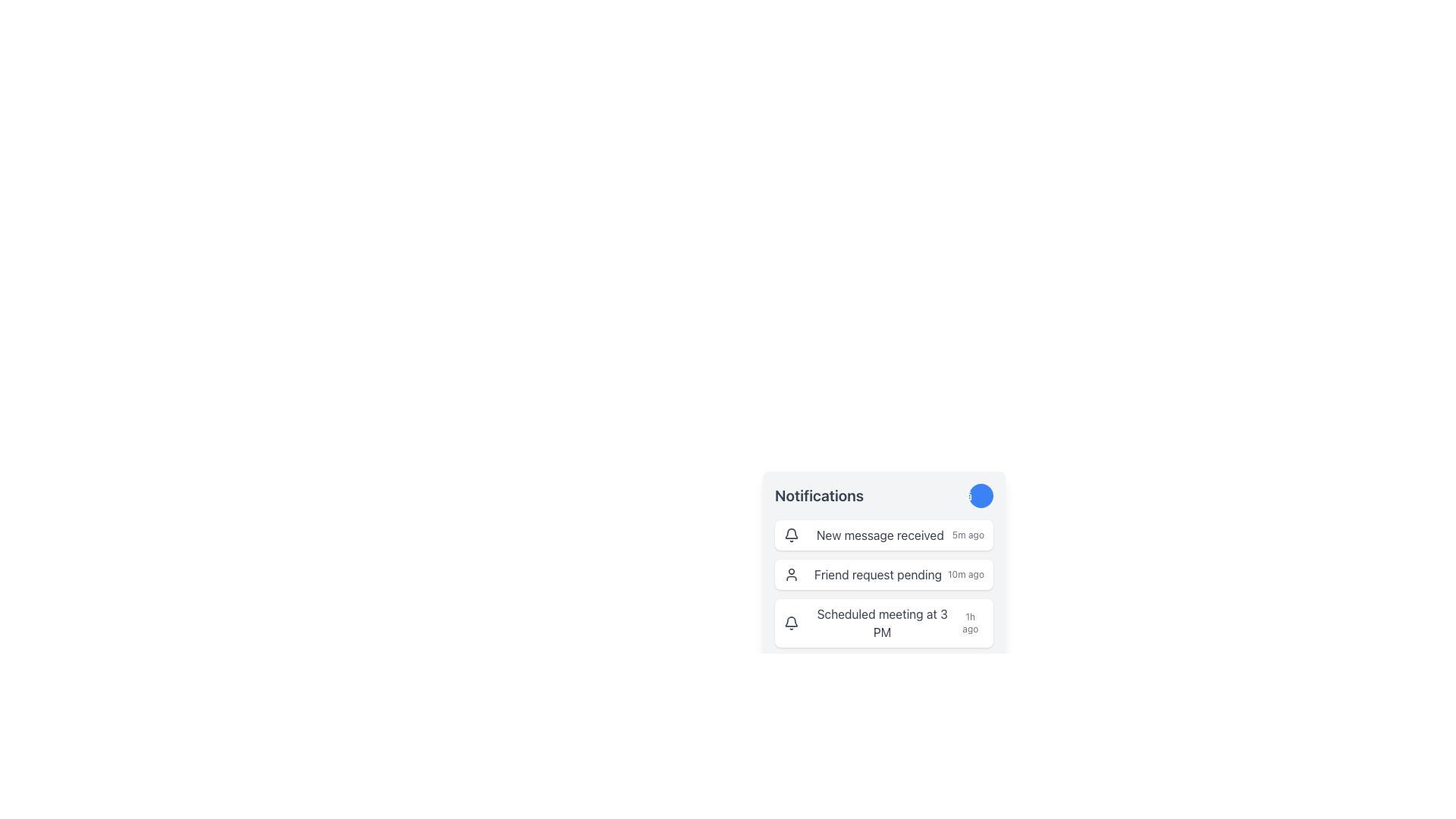  Describe the element at coordinates (790, 623) in the screenshot. I see `the bell icon located to the left of the text 'Scheduled meeting at 3 PM' in the third notification of the Notifications panel` at that location.